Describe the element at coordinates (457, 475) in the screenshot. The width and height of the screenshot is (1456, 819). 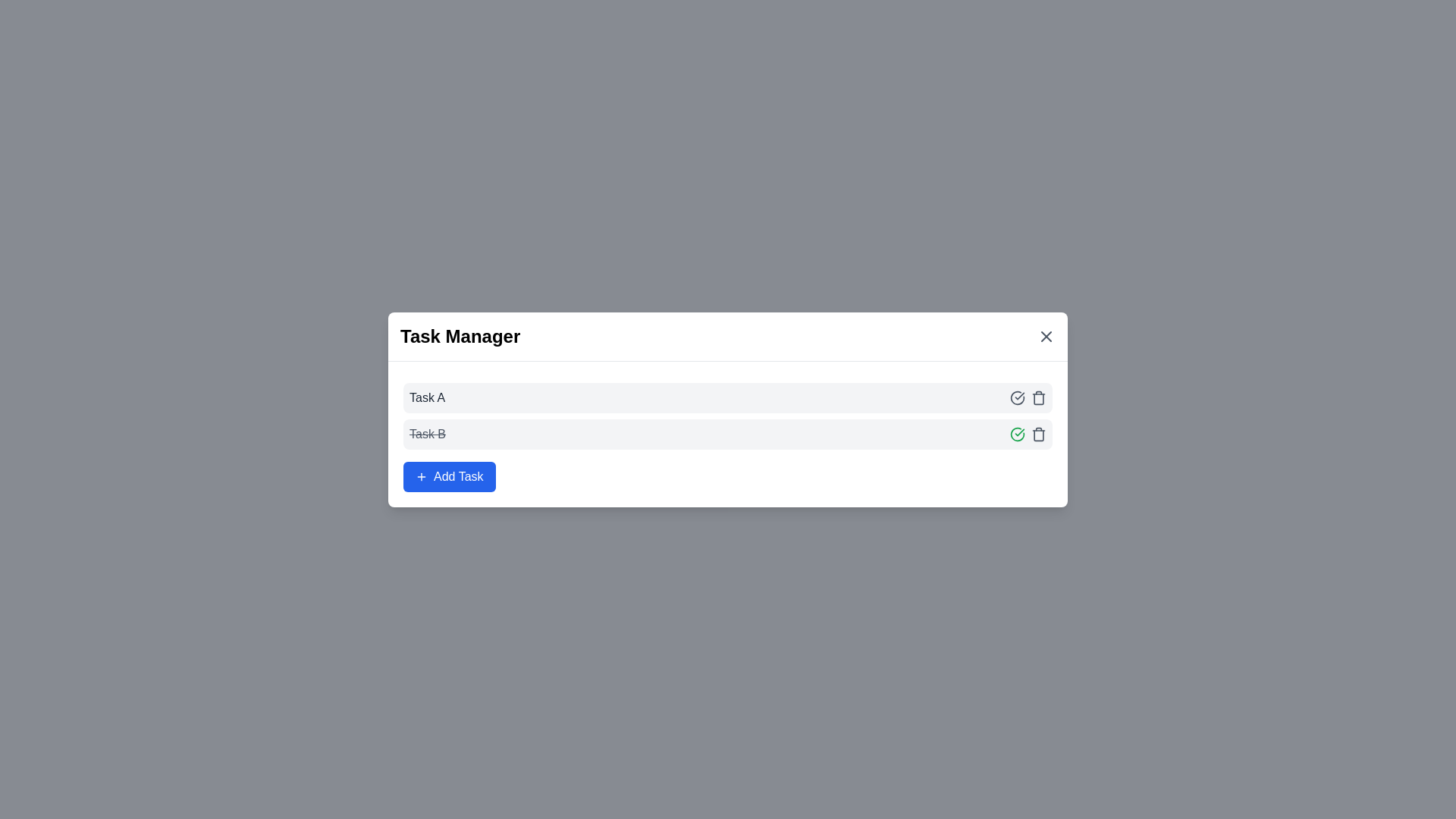
I see `the 'Add Task' text label which is part of a blue rectangular button in the 'Task Manager' modal` at that location.